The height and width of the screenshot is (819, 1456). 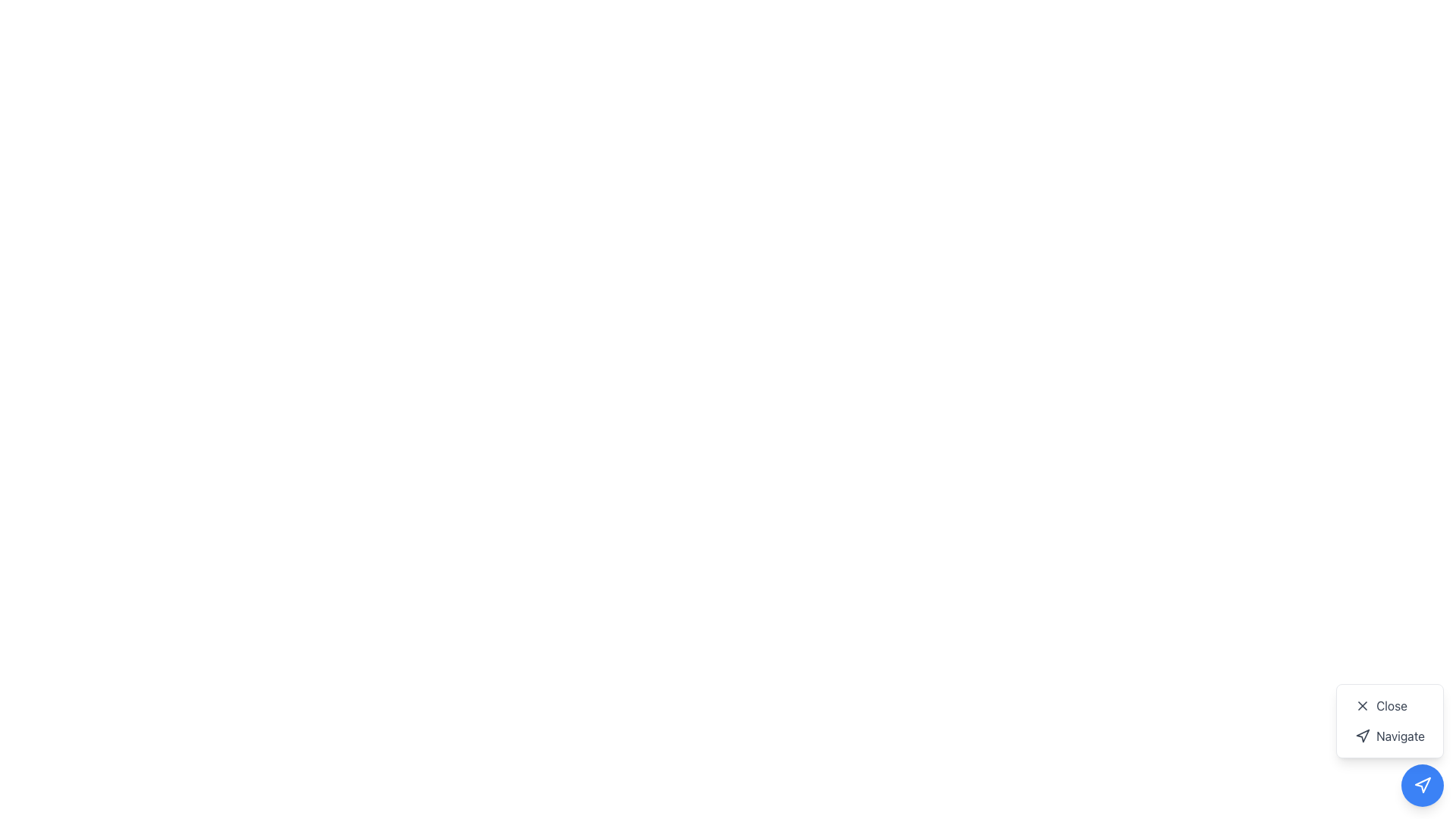 I want to click on the close button located at the top of the dropdown list, so click(x=1390, y=705).